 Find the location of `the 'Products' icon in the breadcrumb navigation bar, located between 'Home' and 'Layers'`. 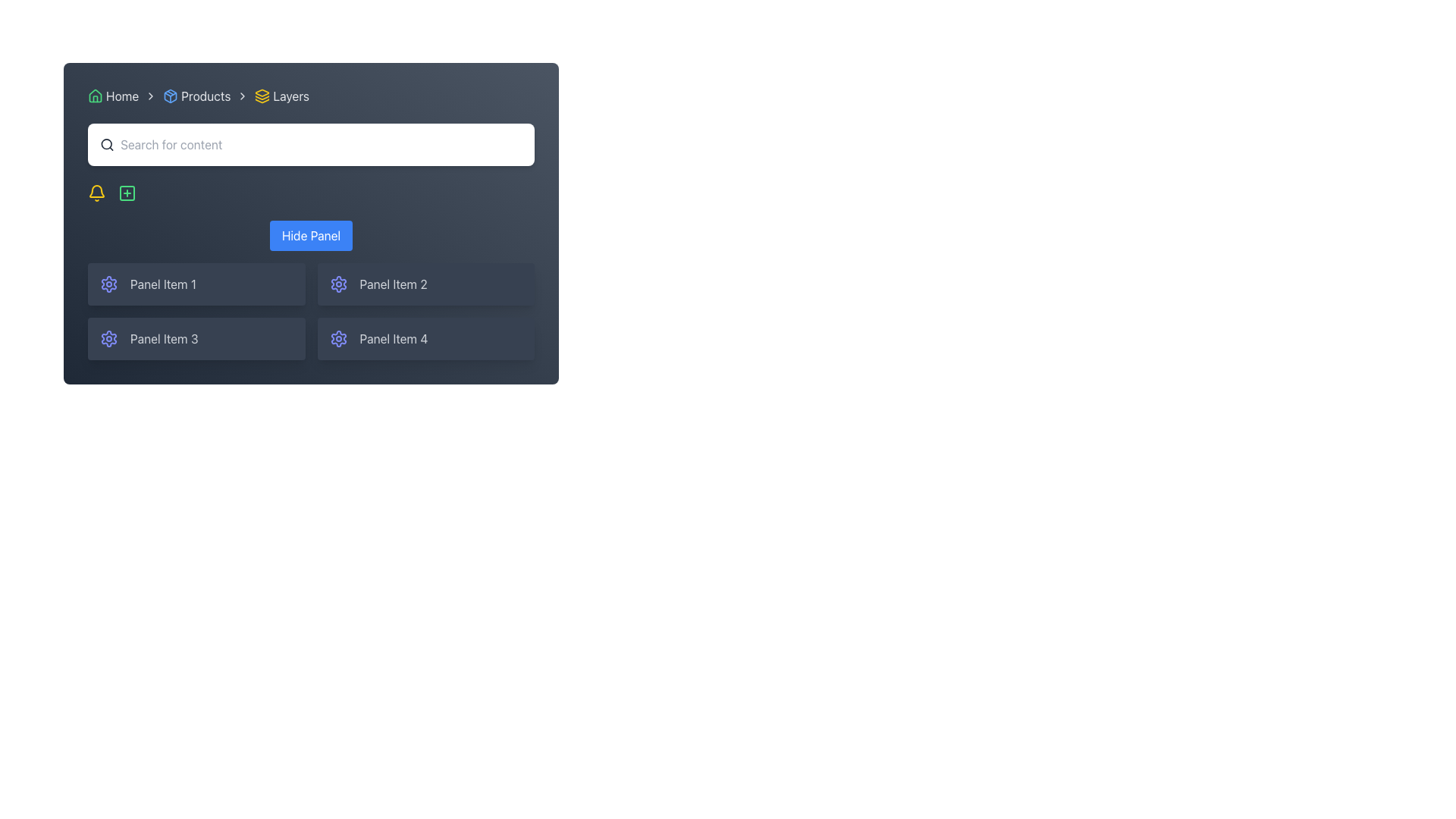

the 'Products' icon in the breadcrumb navigation bar, located between 'Home' and 'Layers' is located at coordinates (171, 96).